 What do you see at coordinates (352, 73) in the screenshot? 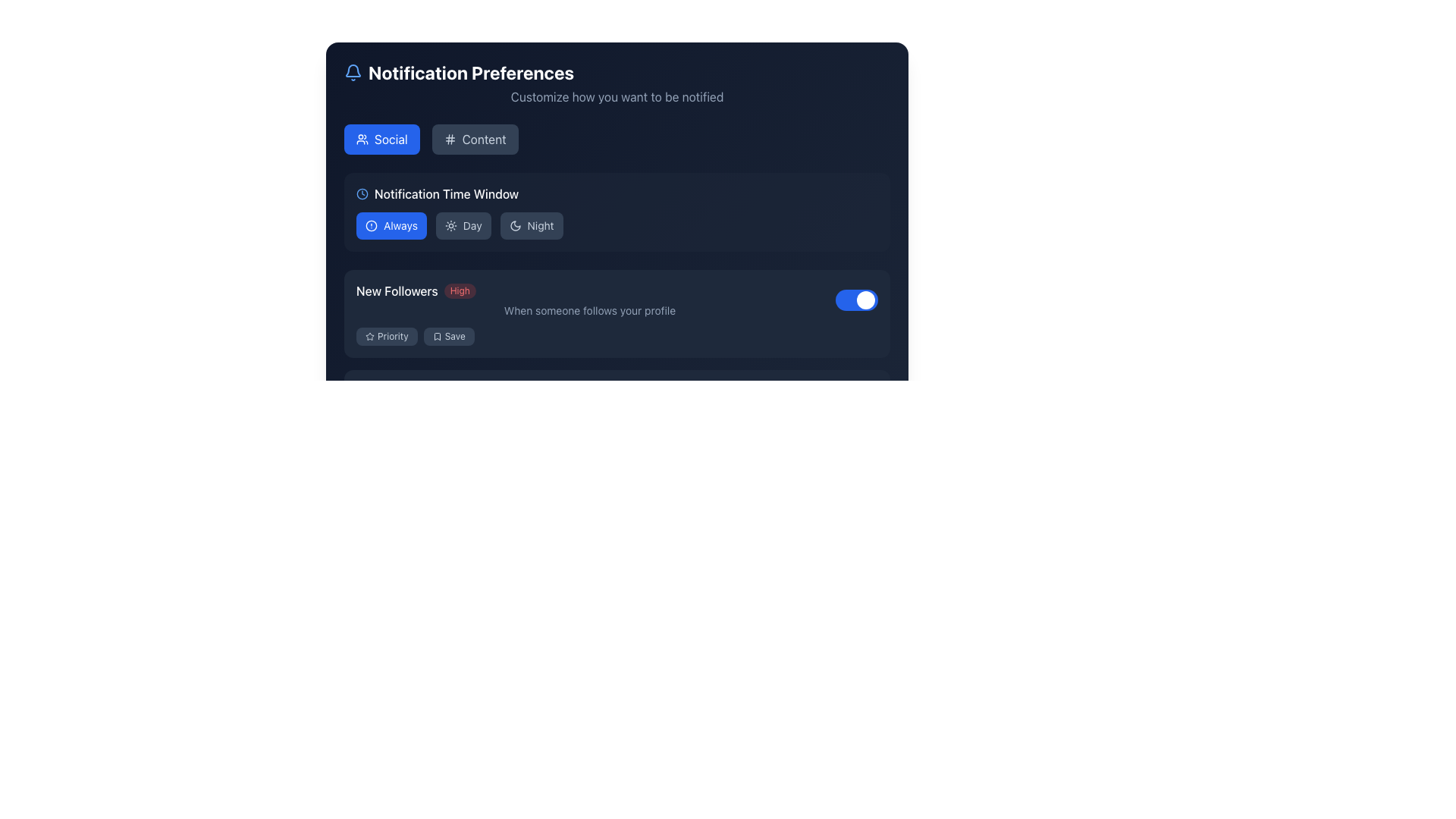
I see `the blue bell icon located to the left of the 'Notification Preferences' text for interaction` at bounding box center [352, 73].